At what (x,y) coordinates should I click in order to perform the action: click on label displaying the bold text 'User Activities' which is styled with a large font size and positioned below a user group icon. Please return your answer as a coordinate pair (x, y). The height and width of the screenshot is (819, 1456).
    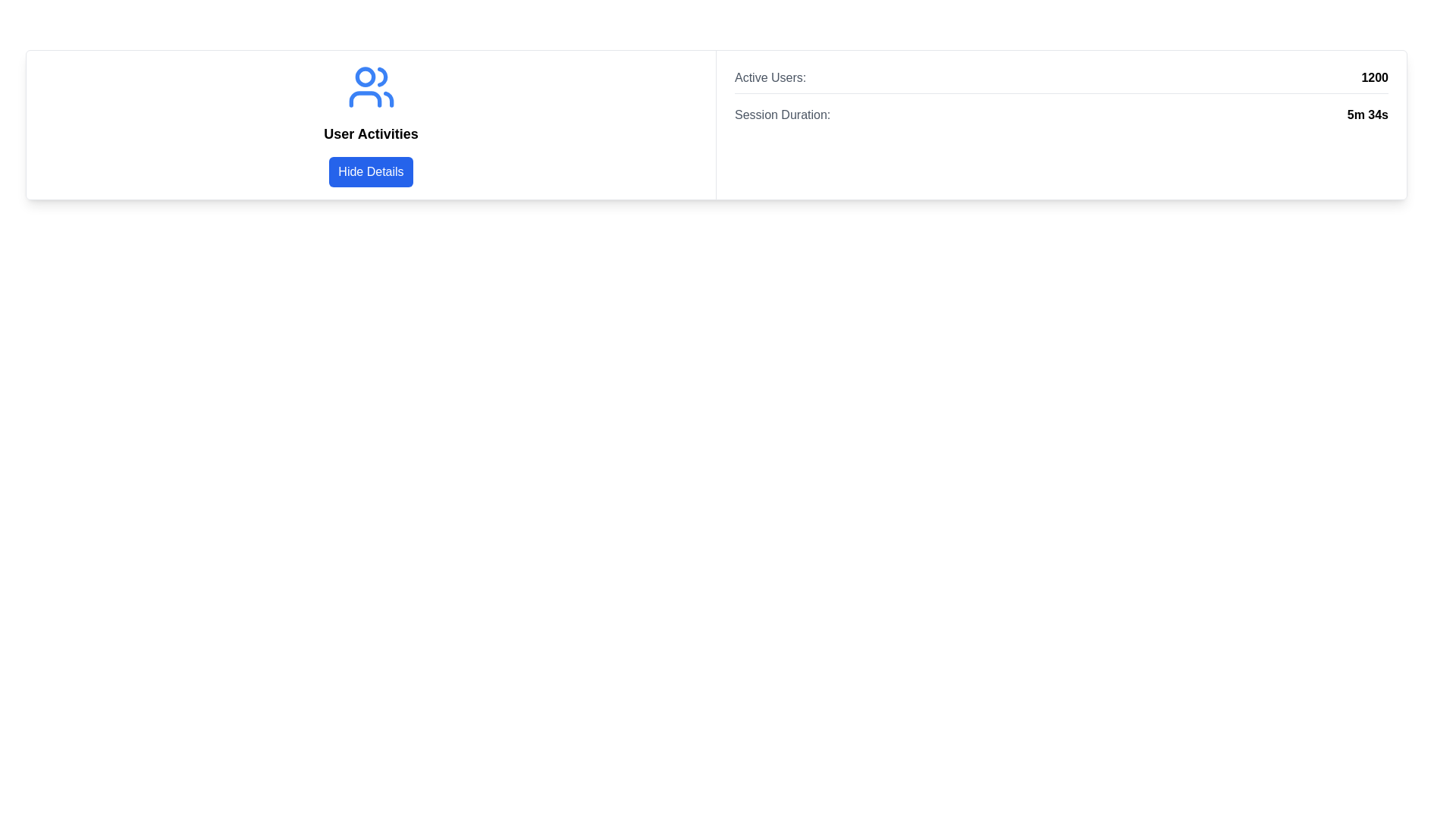
    Looking at the image, I should click on (371, 133).